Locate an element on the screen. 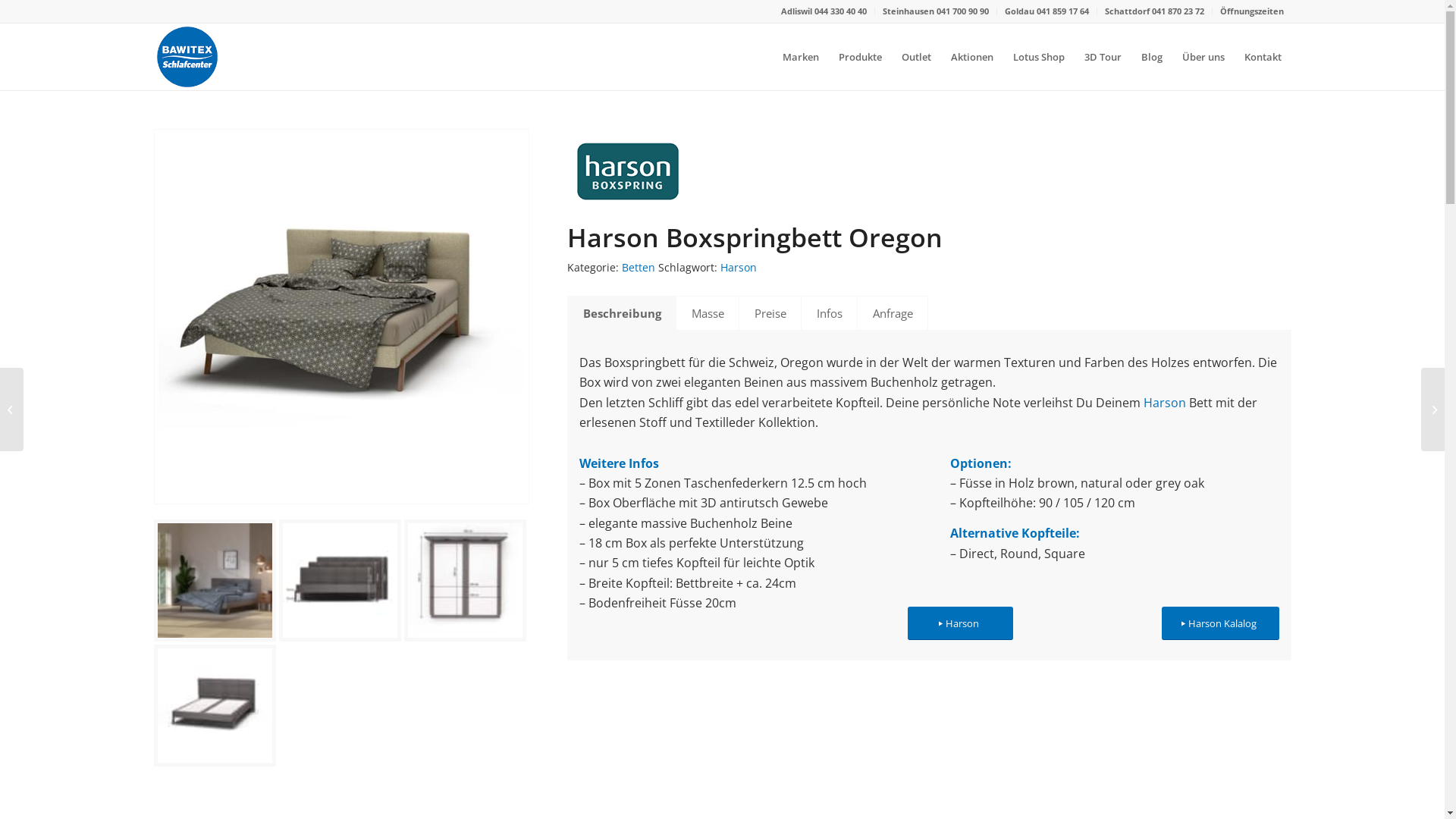 The height and width of the screenshot is (819, 1456). 'Adliswil' is located at coordinates (796, 11).